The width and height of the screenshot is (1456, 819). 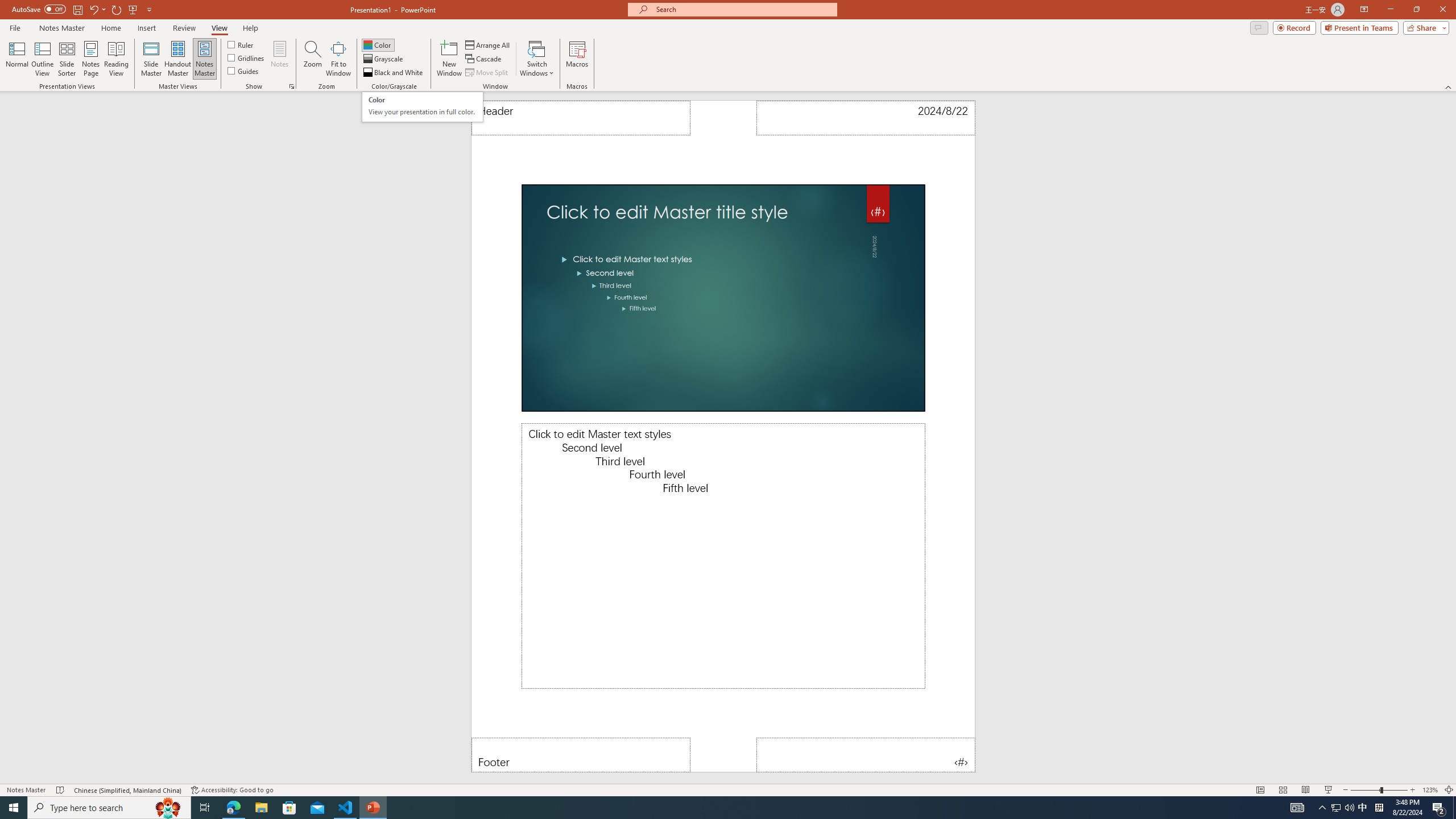 What do you see at coordinates (204, 59) in the screenshot?
I see `'Notes Master'` at bounding box center [204, 59].